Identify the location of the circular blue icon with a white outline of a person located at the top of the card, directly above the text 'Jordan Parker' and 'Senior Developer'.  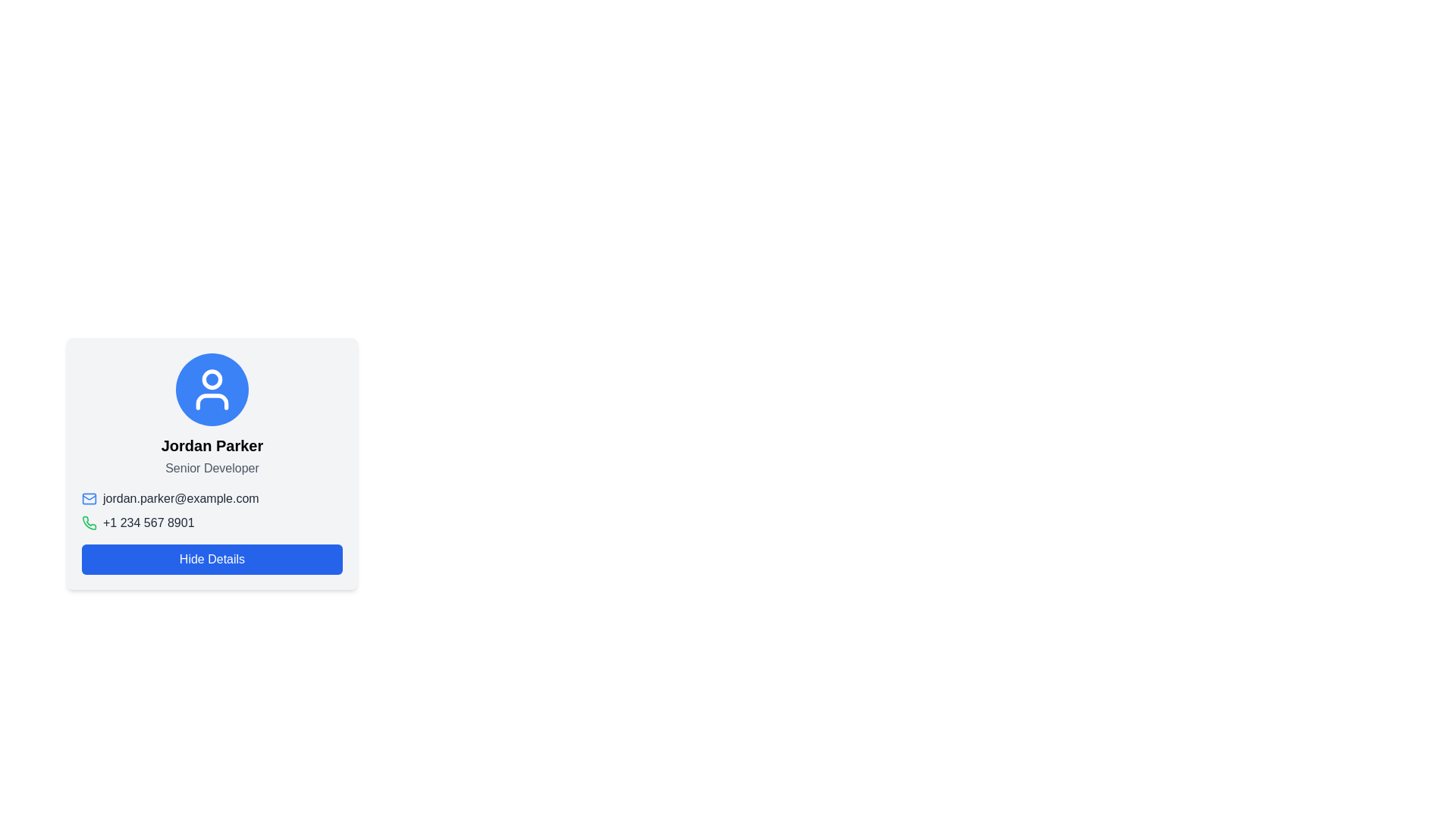
(211, 388).